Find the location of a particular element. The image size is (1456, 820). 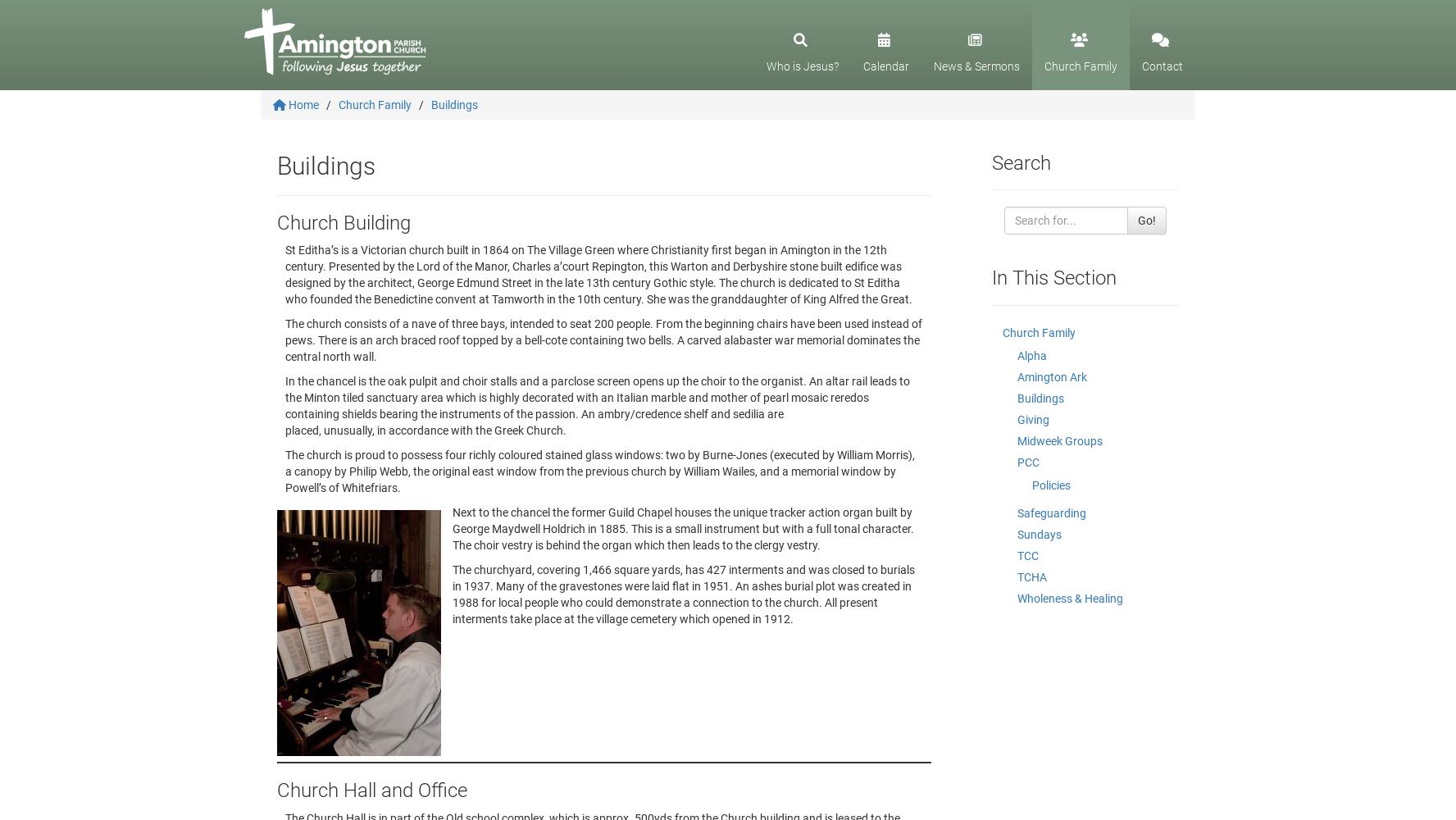

'In the chancel is the oak pulpit and choir stalls and a parclose screen opens up the choir to the organist. An altar rail leads to the Minton tiled sanctuary area which is highly decorated with an Italian marble and mother of pearl mosaic reredos containing shields bearing the instruments of the passion. An ambry/credence shelf and sedilia are' is located at coordinates (284, 397).